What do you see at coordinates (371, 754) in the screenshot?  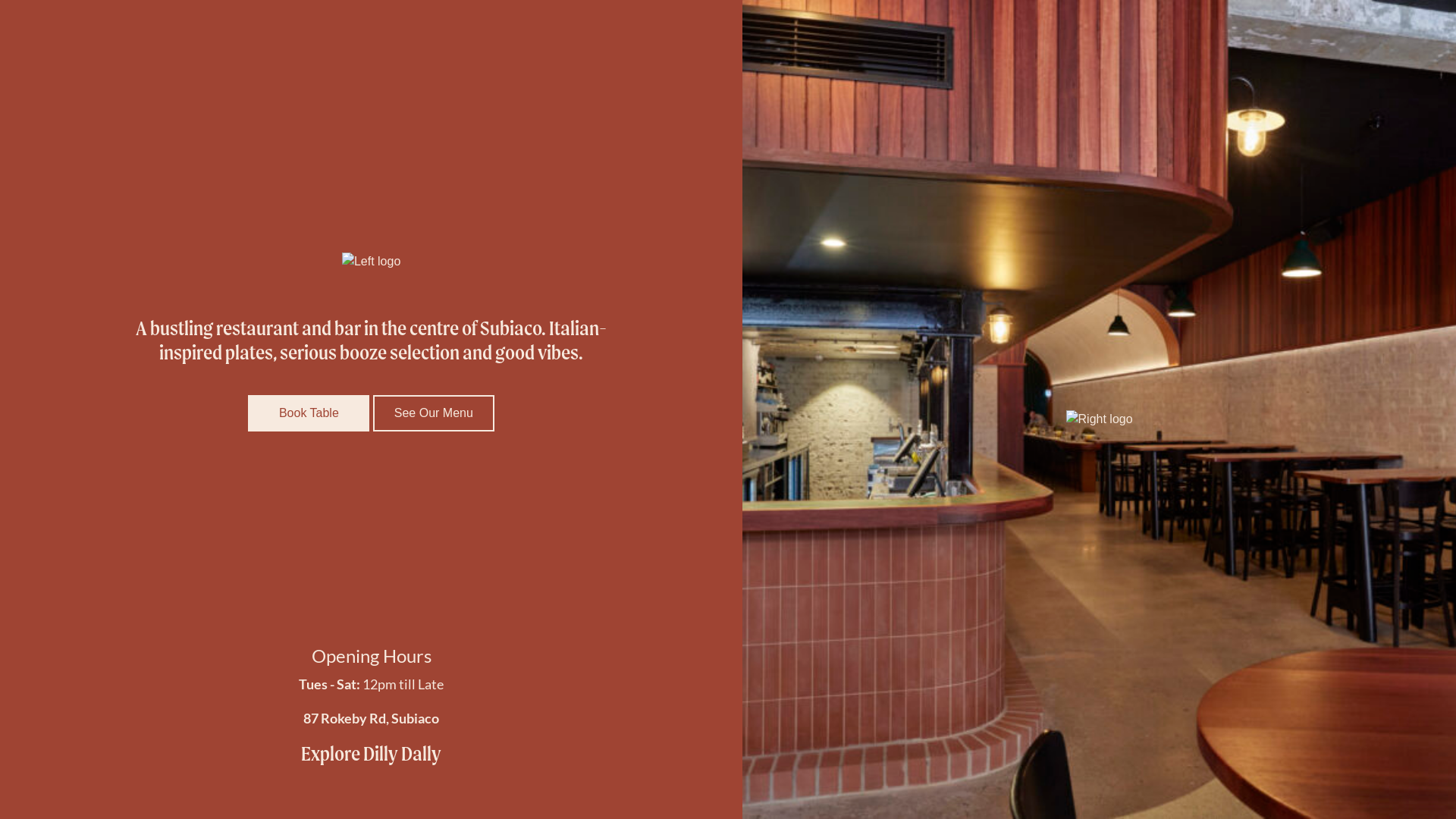 I see `'Explore Dilly Dally'` at bounding box center [371, 754].